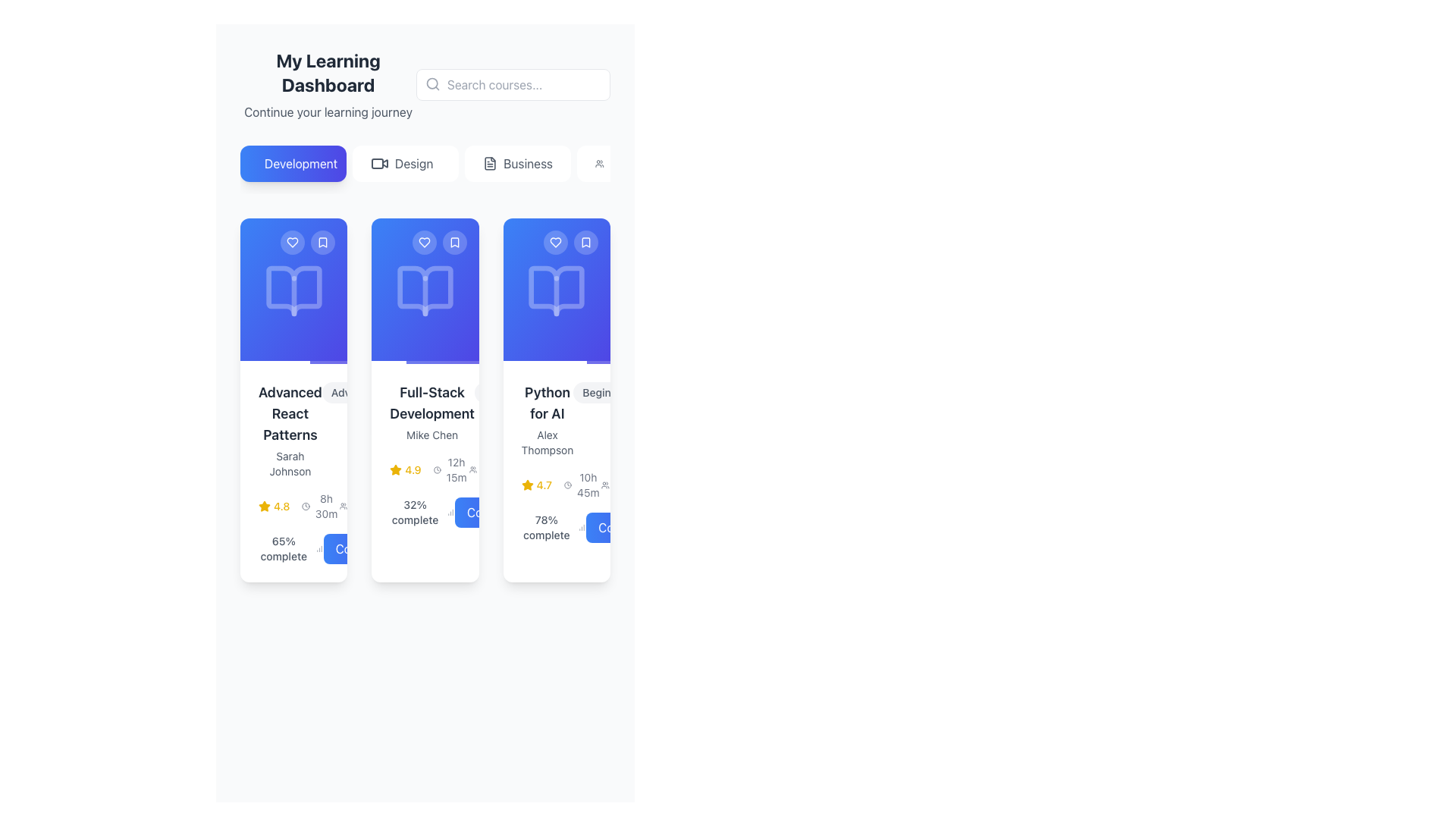 Image resolution: width=1456 pixels, height=819 pixels. I want to click on text displayed on the label showing the course title 'Python for AI', which is prominently styled in bold, located in the third column of the grid layout, above the name 'Alex Thompson', so click(546, 403).